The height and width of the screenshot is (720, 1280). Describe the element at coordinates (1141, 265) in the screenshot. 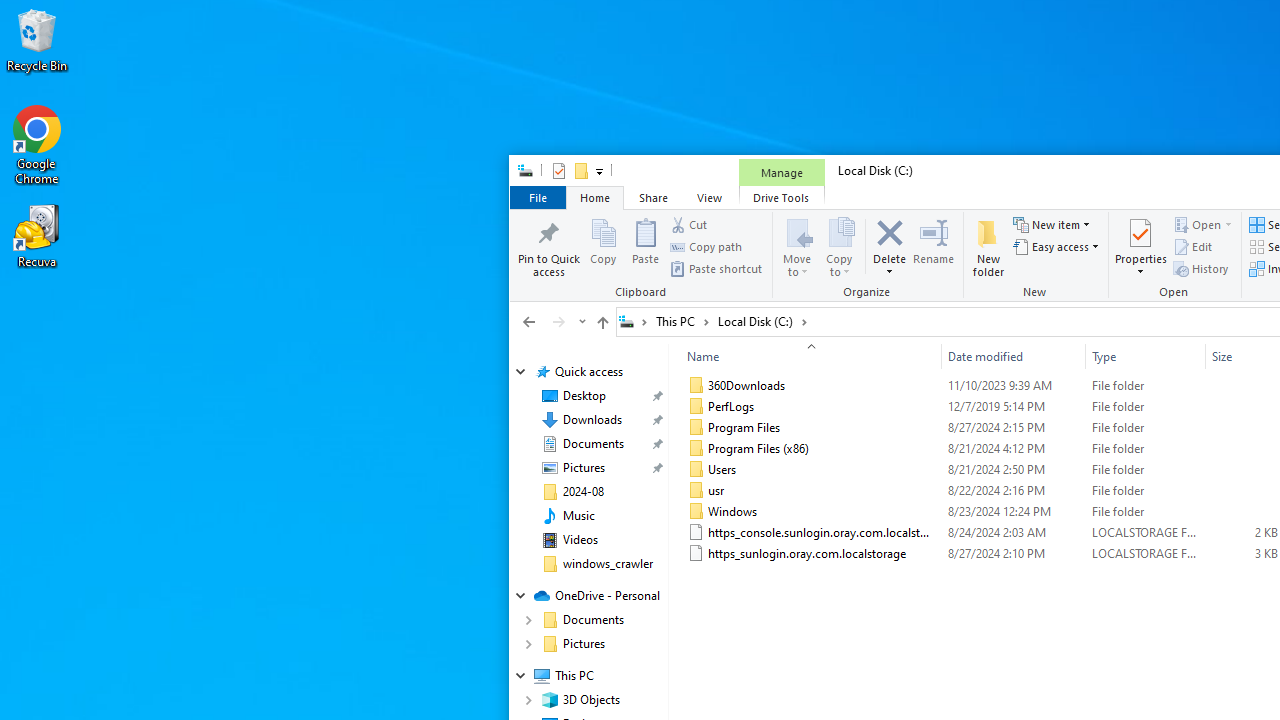

I see `'Properties'` at that location.